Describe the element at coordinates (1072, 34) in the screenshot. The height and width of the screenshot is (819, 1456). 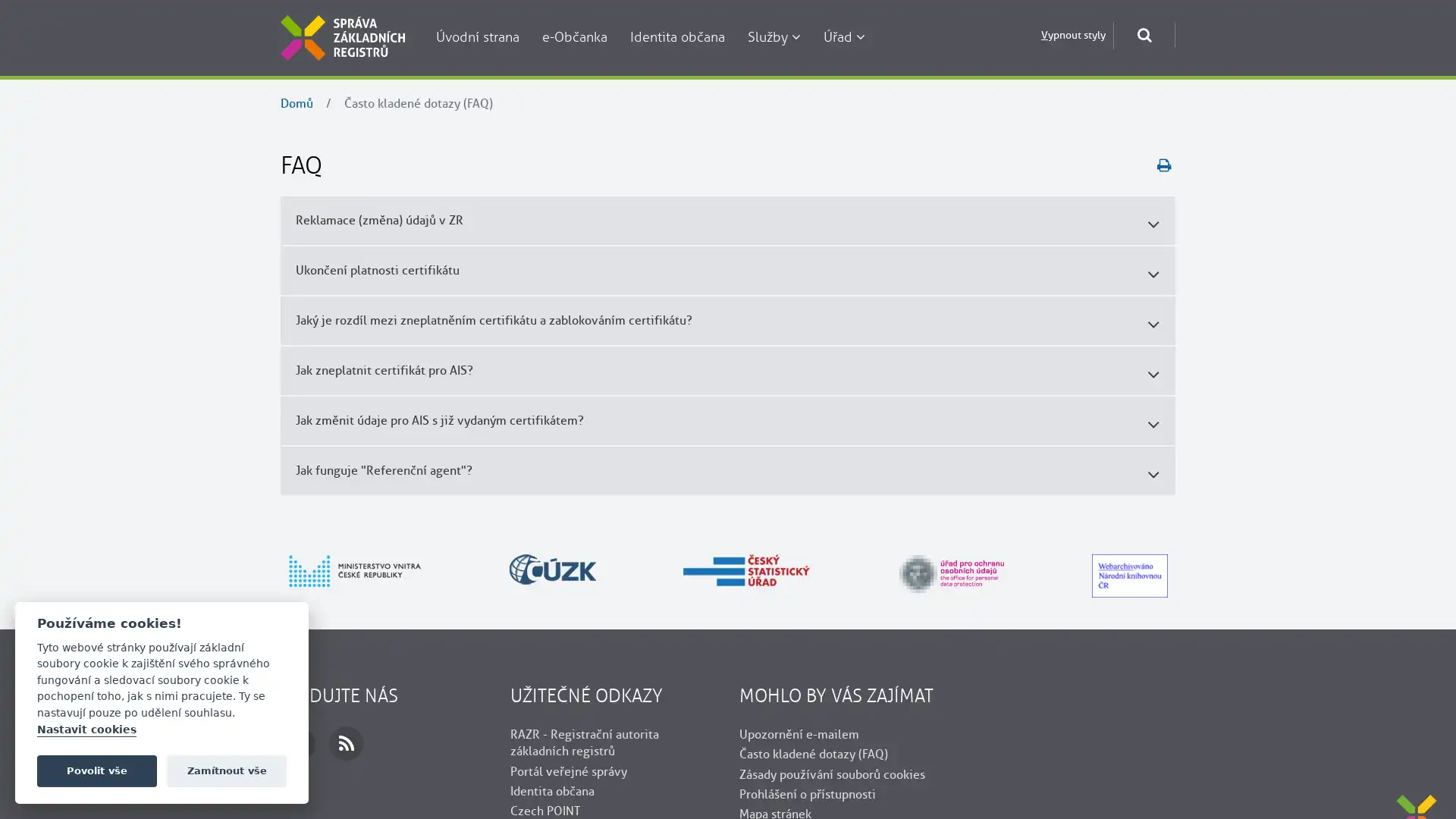
I see `Vypnout styly` at that location.